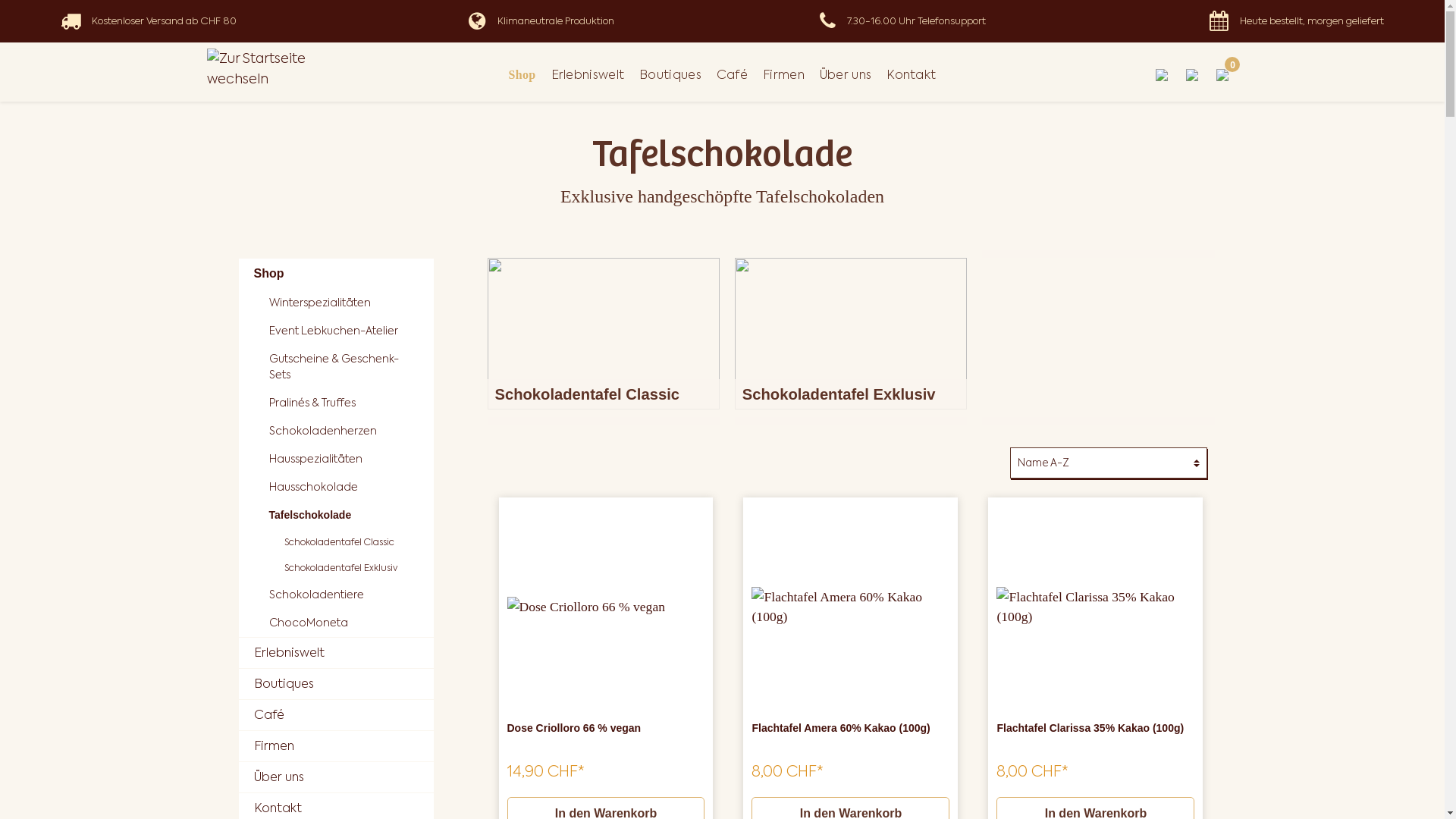  What do you see at coordinates (342, 623) in the screenshot?
I see `'ChocoMoneta'` at bounding box center [342, 623].